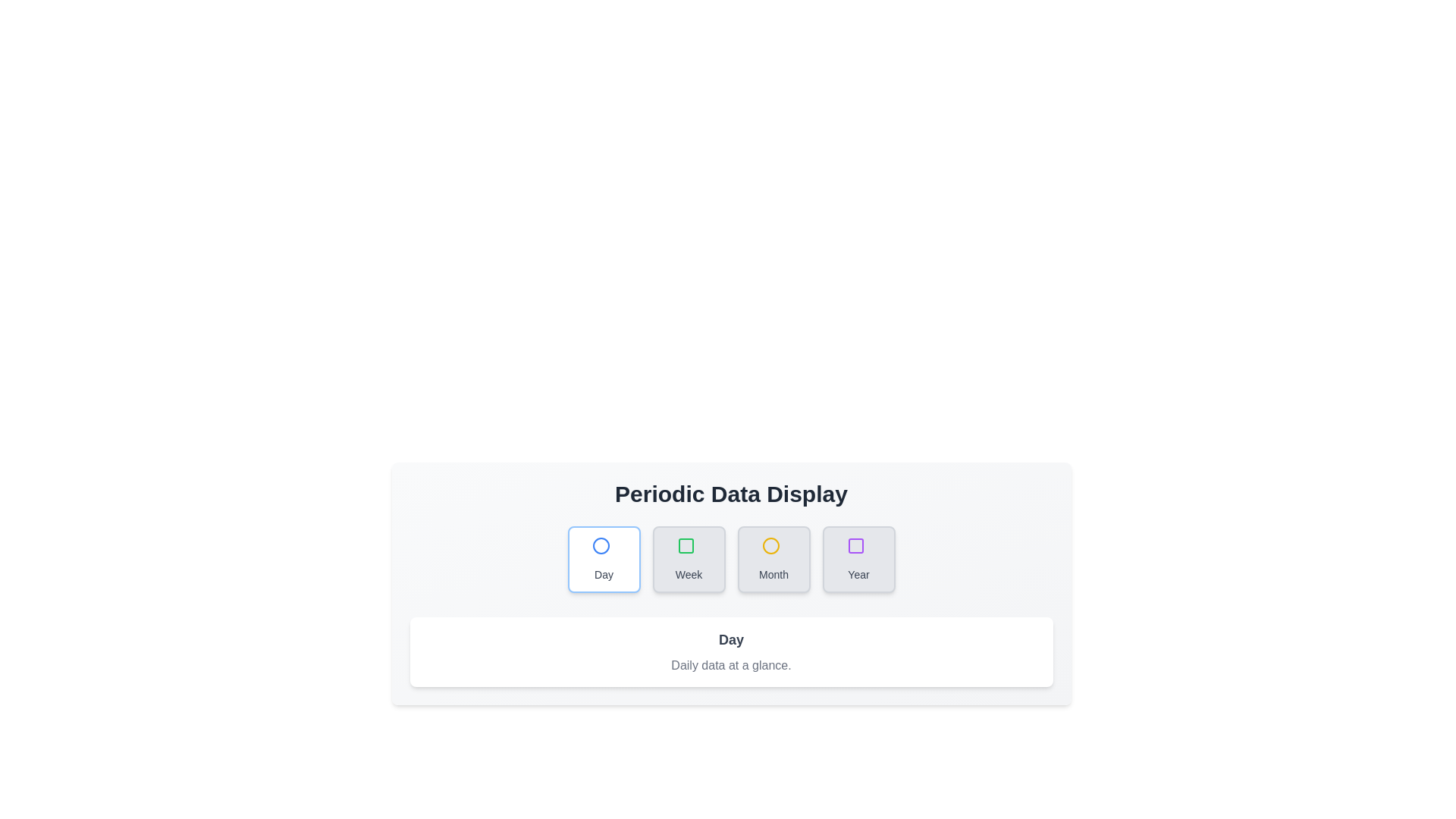 The width and height of the screenshot is (1456, 819). Describe the element at coordinates (858, 575) in the screenshot. I see `the 'Year' text label located in the fourth card from the left, which indicates the purpose of the associated card for filtering by year` at that location.